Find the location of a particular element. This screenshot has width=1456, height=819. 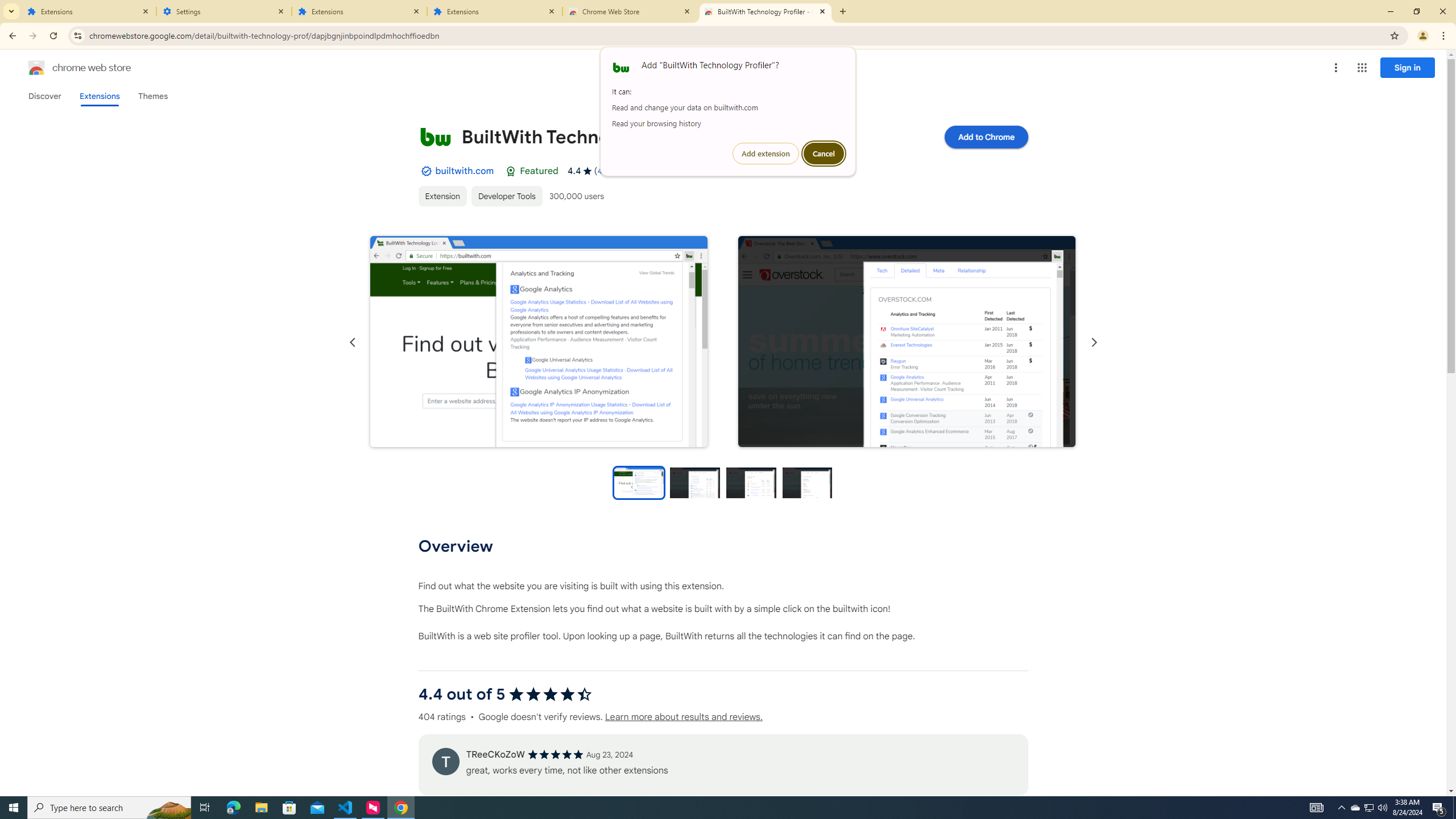

'Show desktop' is located at coordinates (1454, 806).